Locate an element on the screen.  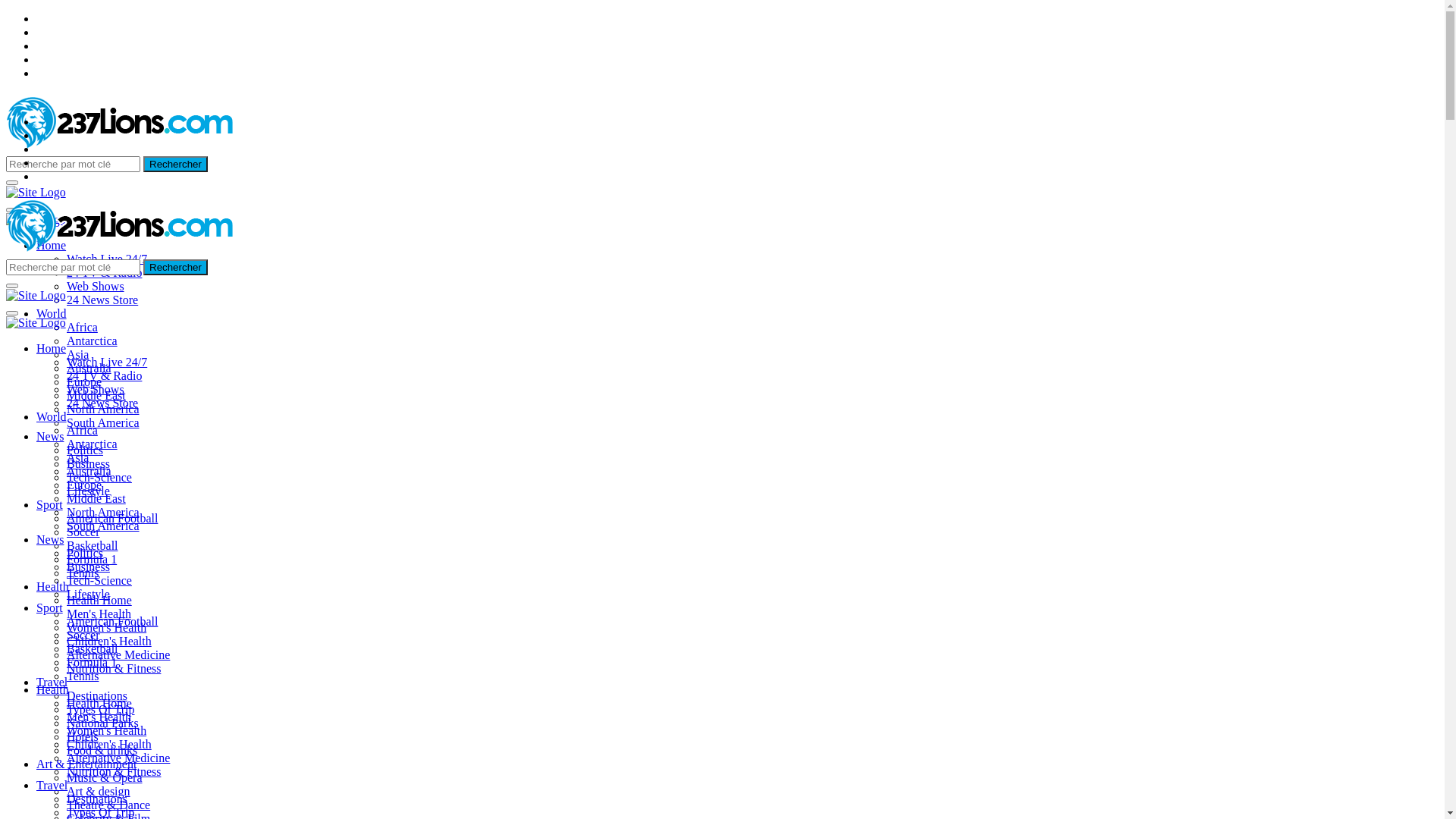
'Home' is located at coordinates (51, 244).